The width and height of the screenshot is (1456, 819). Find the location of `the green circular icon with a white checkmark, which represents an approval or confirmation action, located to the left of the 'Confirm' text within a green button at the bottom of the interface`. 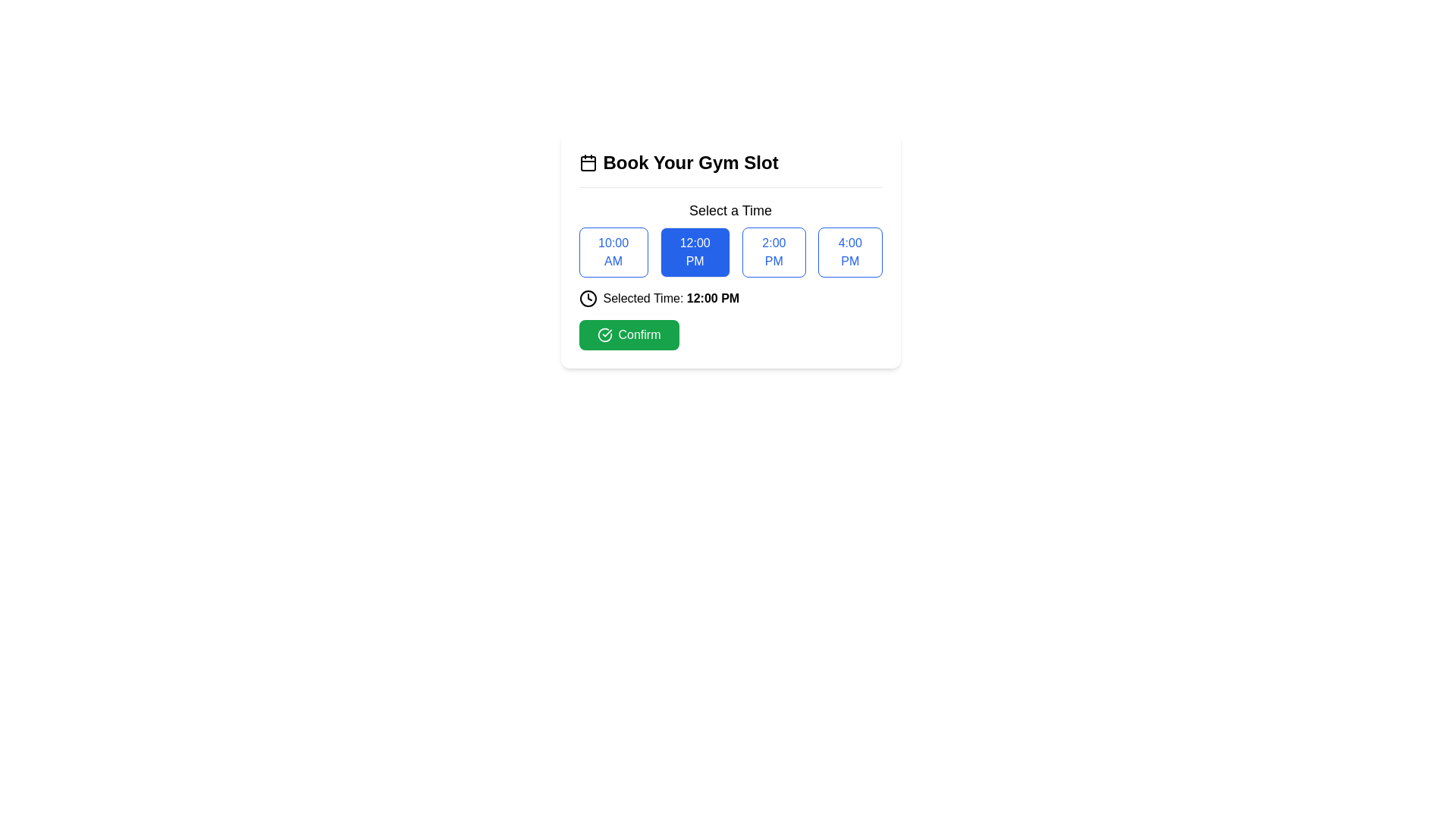

the green circular icon with a white checkmark, which represents an approval or confirmation action, located to the left of the 'Confirm' text within a green button at the bottom of the interface is located at coordinates (604, 334).